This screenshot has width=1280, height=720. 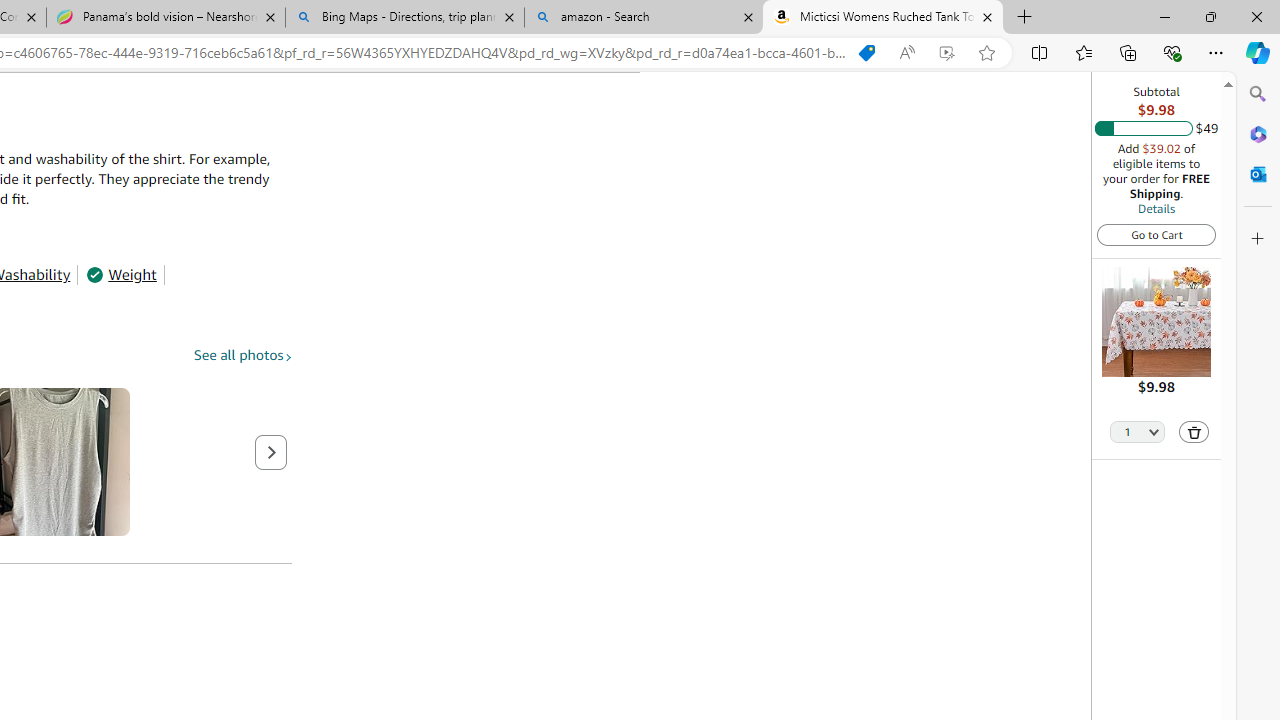 I want to click on 'Customize', so click(x=1257, y=238).